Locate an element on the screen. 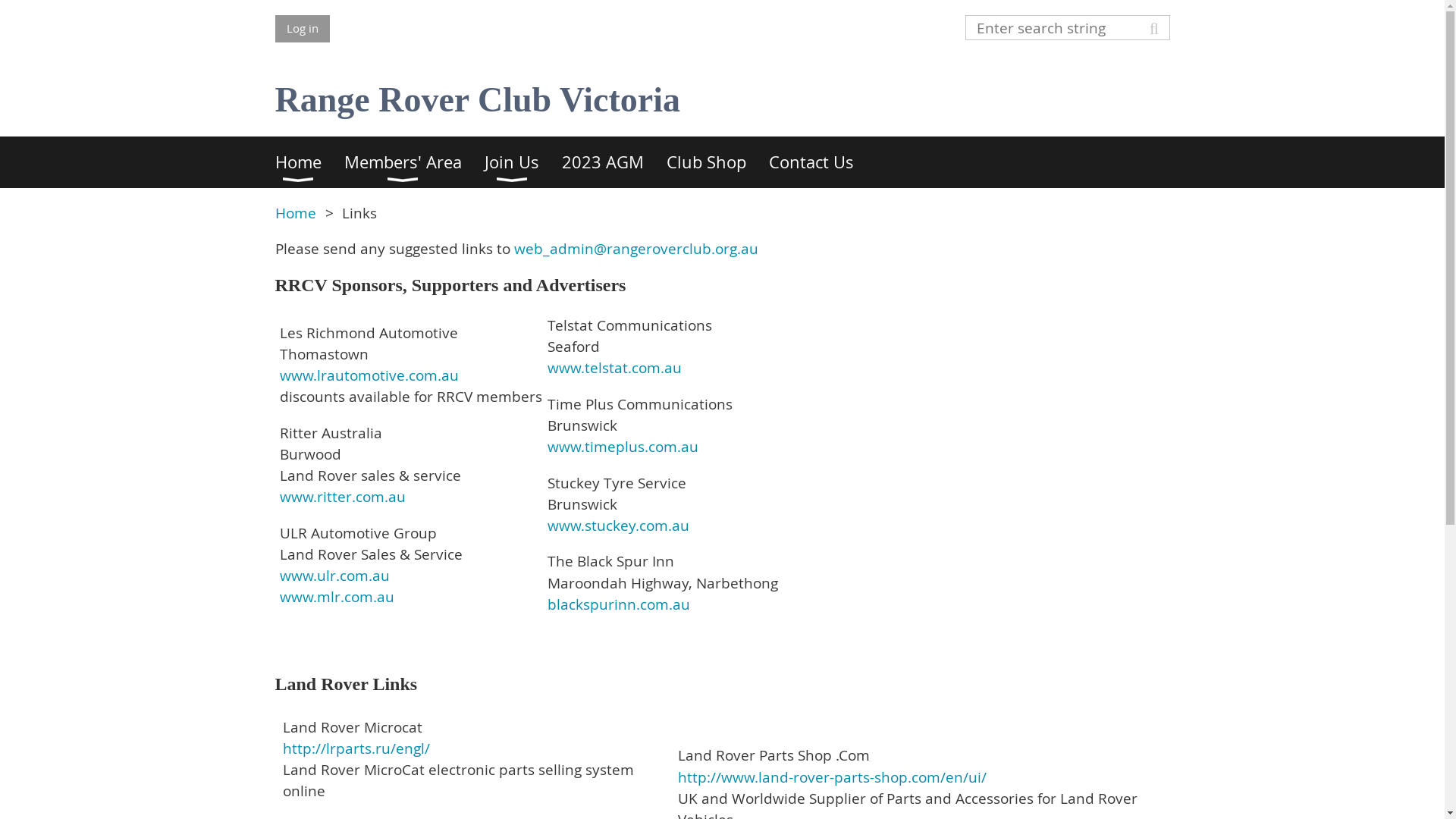 The image size is (1456, 819). 'Contact Us' is located at coordinates (821, 162).